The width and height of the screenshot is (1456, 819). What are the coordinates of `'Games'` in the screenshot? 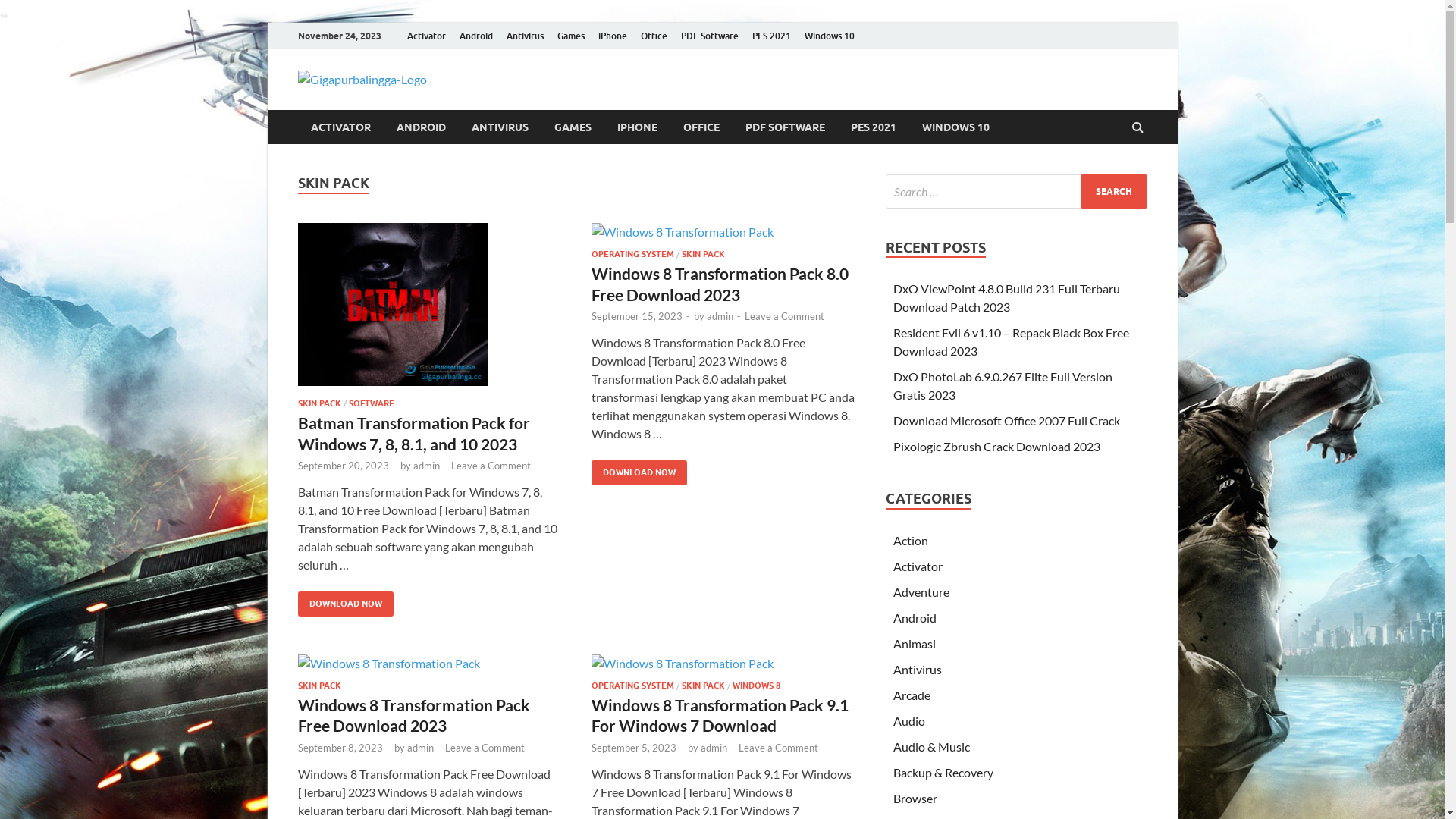 It's located at (570, 35).